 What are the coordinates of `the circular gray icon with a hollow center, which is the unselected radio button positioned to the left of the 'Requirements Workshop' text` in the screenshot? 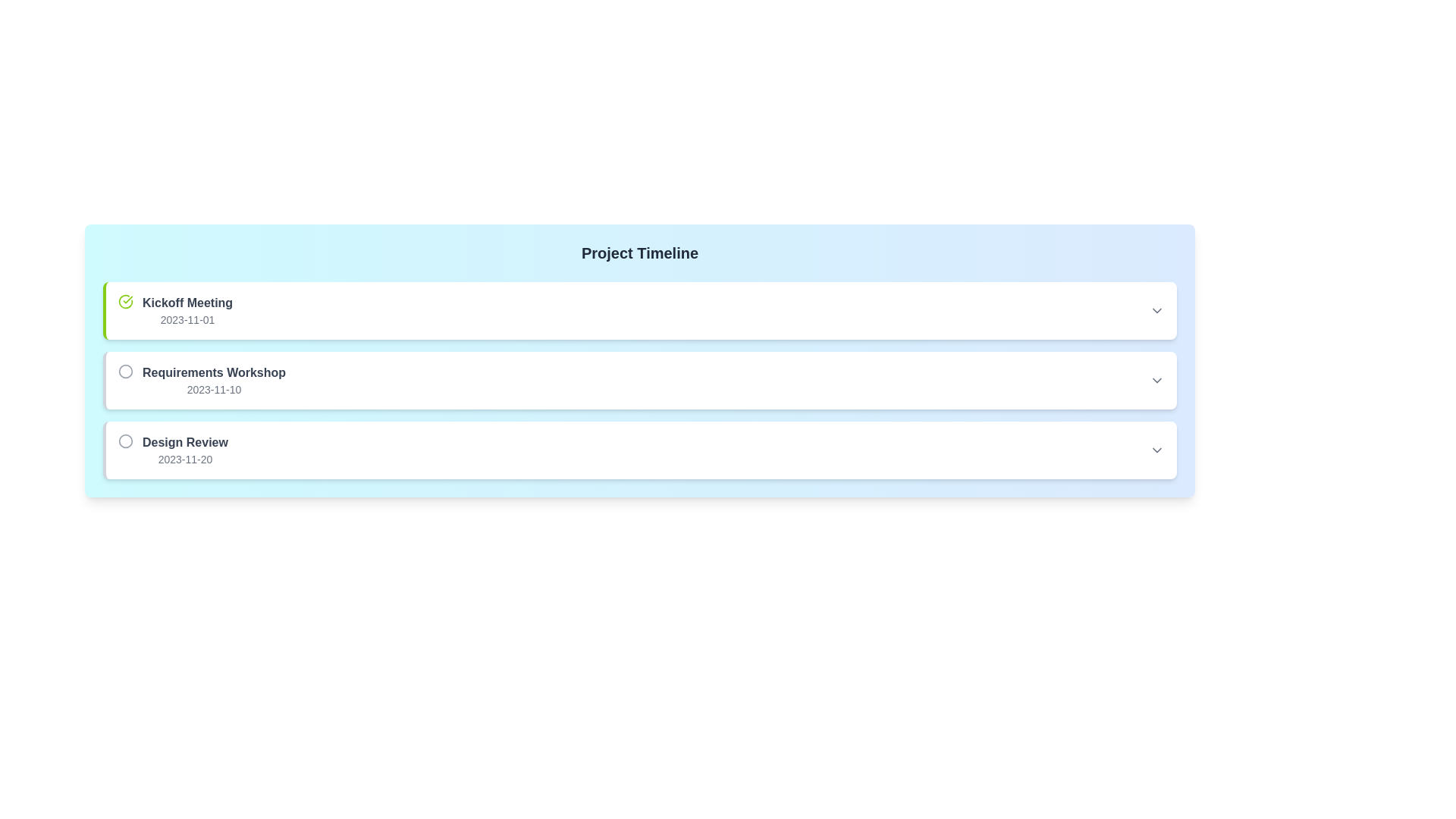 It's located at (126, 371).